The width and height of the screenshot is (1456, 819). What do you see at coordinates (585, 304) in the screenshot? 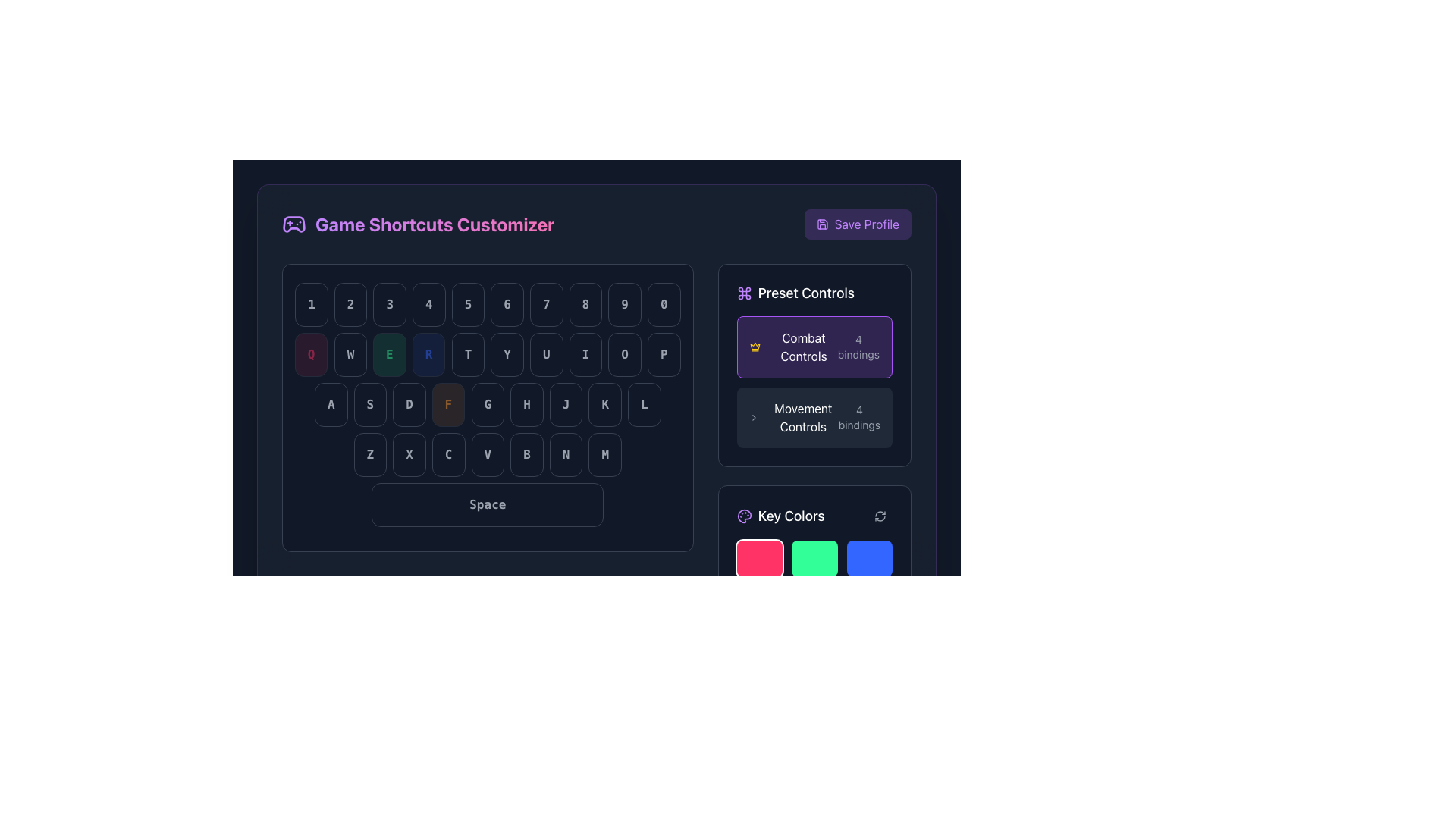
I see `the button representing the number '8' in the numeric keypad, which is the eighth button in a sequence of buttons from '1' to '0'` at bounding box center [585, 304].